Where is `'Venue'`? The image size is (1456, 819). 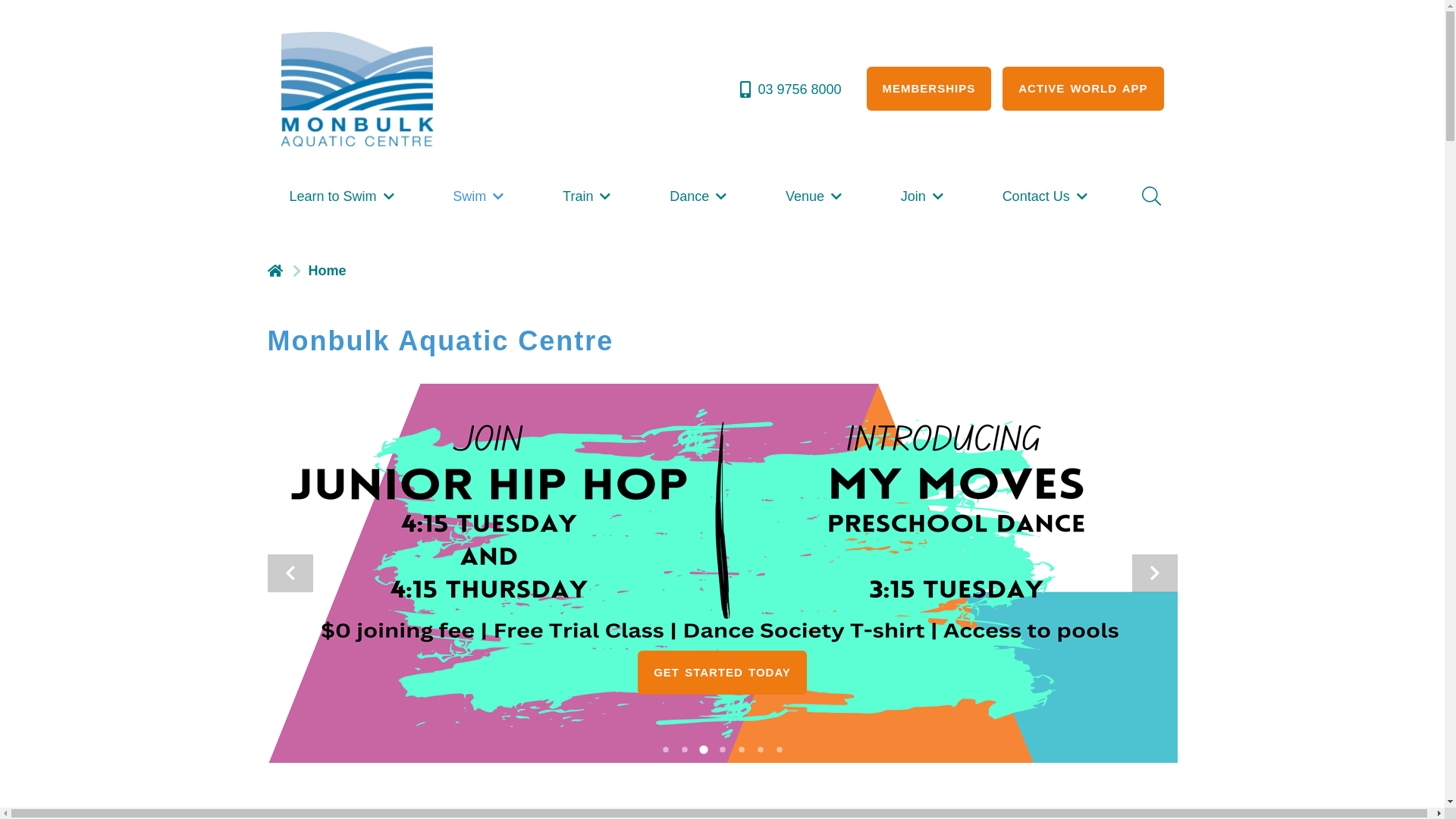
'Venue' is located at coordinates (814, 195).